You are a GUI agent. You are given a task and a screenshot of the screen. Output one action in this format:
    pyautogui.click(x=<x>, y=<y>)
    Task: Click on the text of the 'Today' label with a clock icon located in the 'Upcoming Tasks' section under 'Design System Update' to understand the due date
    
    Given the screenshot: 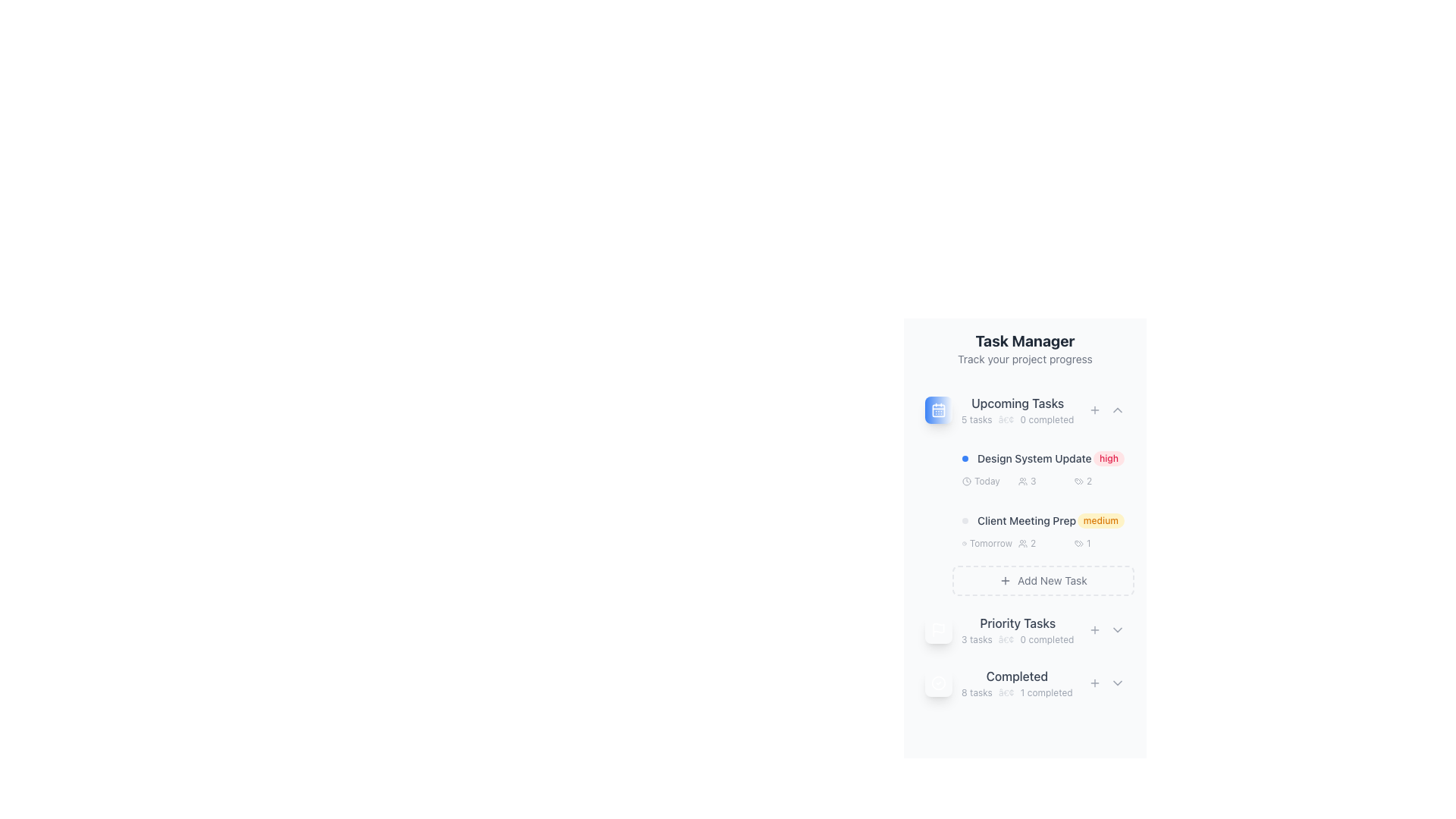 What is the action you would take?
    pyautogui.click(x=987, y=482)
    